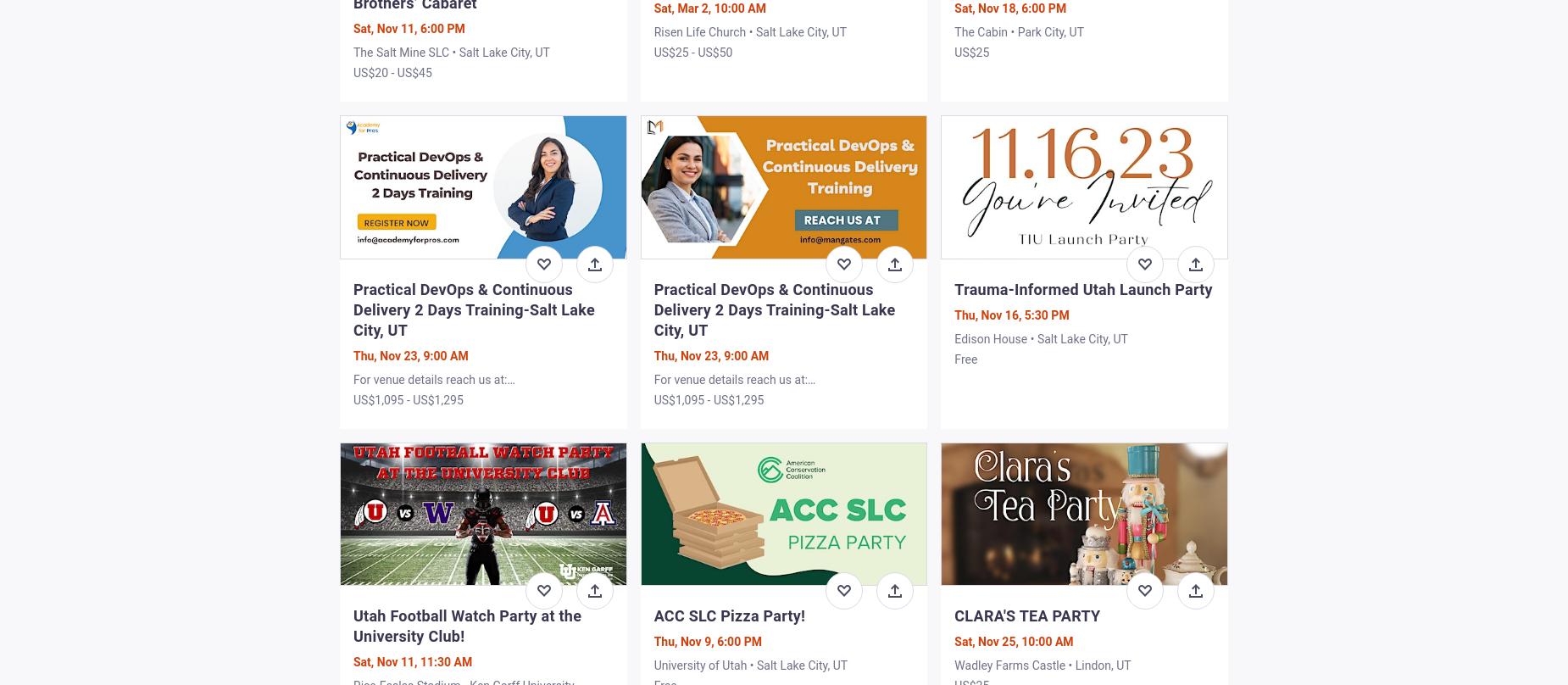 The height and width of the screenshot is (685, 1568). Describe the element at coordinates (1013, 639) in the screenshot. I see `'Sat, Nov 25, 10:00 AM'` at that location.